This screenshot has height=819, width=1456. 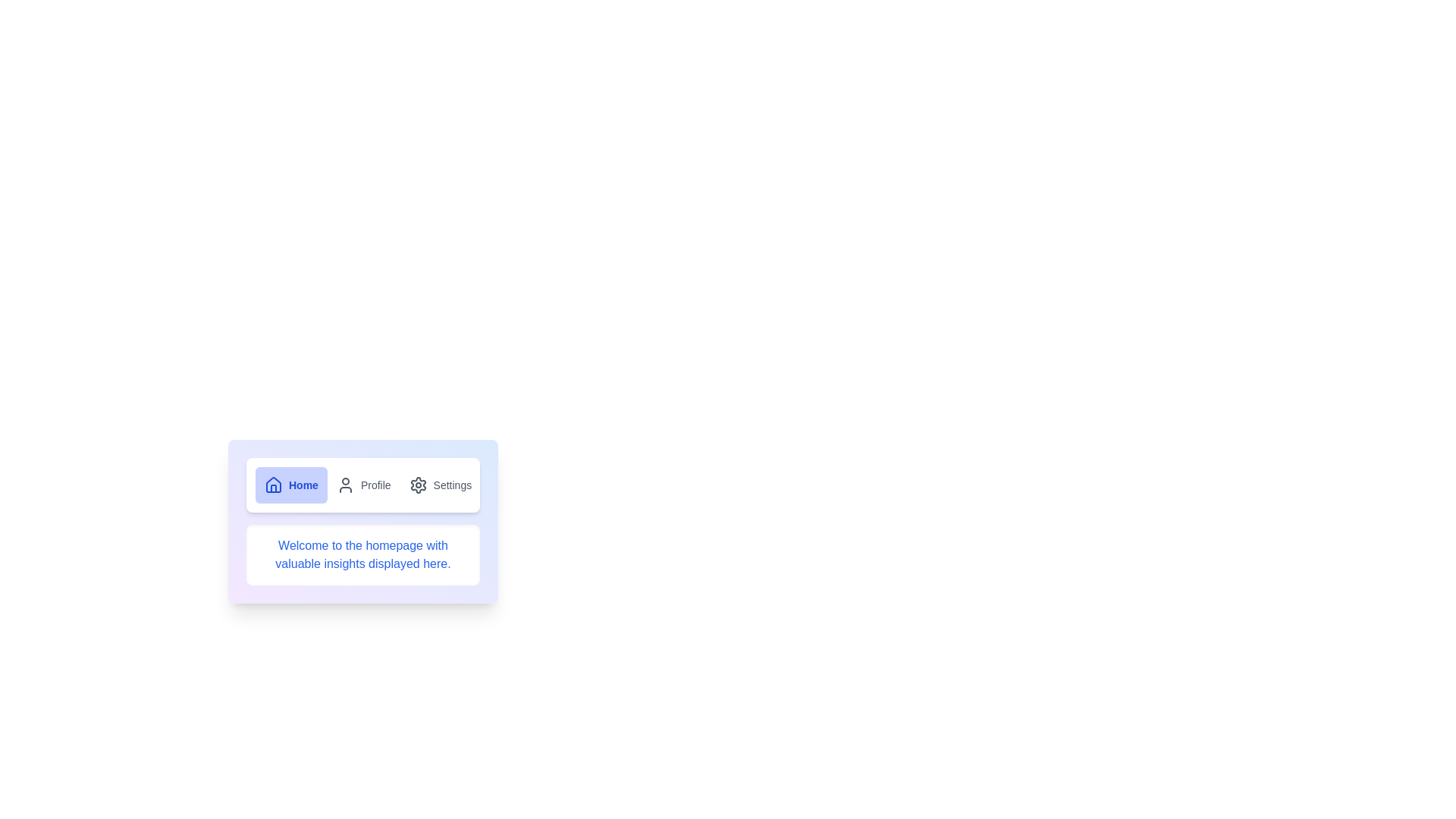 I want to click on the Home tab by clicking its button, so click(x=291, y=485).